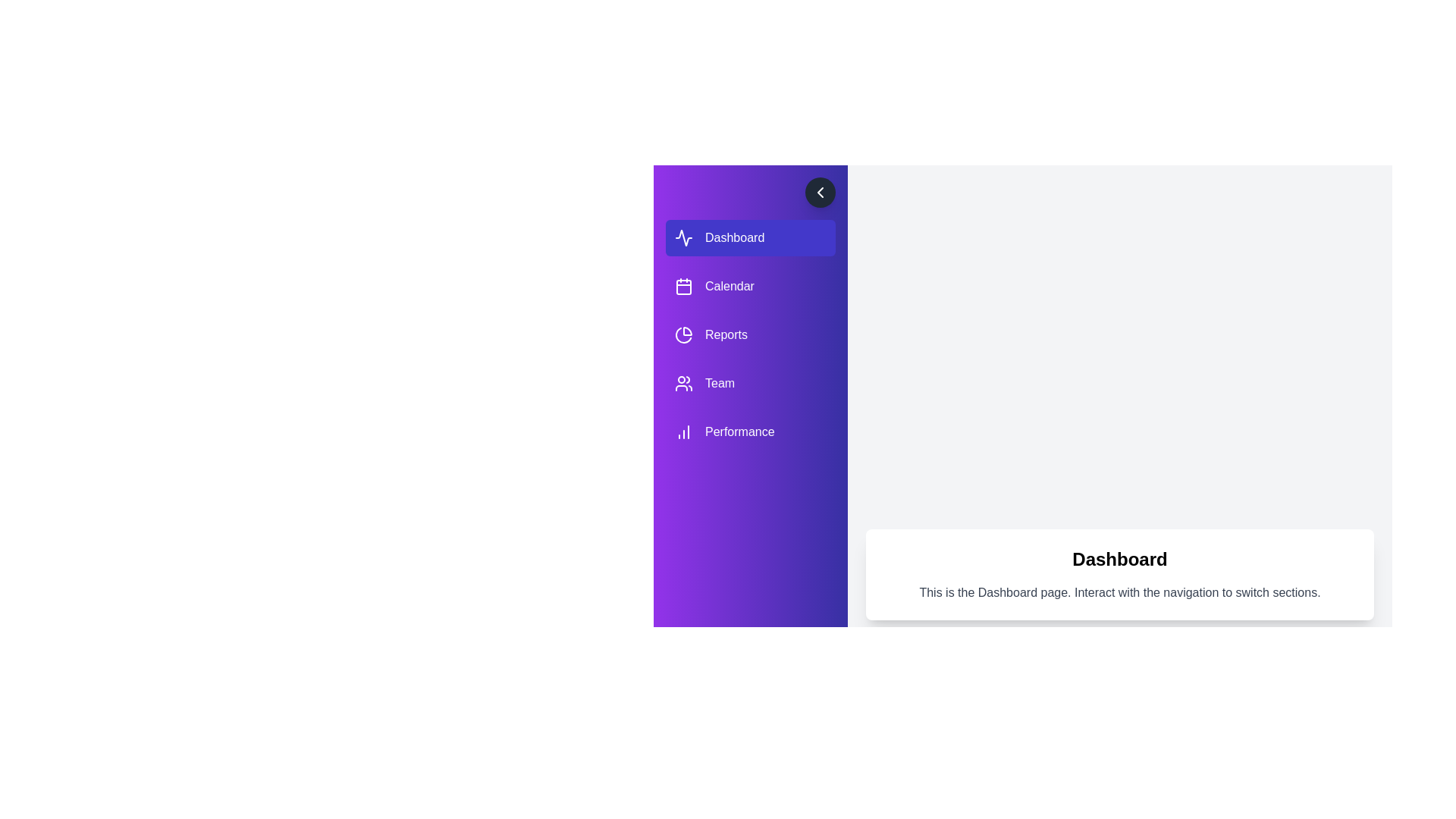  Describe the element at coordinates (750, 334) in the screenshot. I see `the navigation item labeled Reports` at that location.